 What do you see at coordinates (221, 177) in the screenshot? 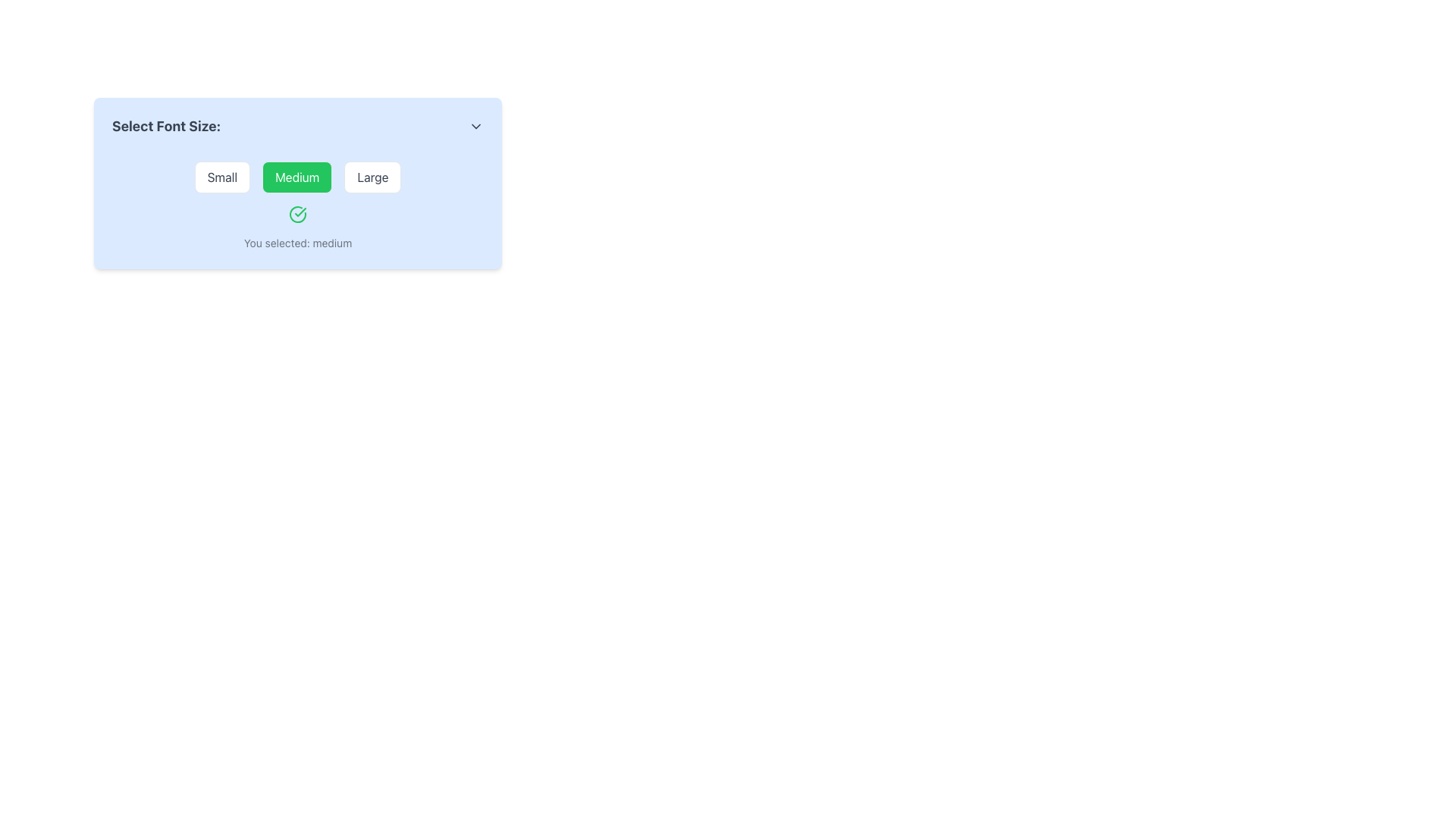
I see `the 'Small' font size button located in the center portion of the 'Select Font Size' card, which is the first button in a group of three buttons aligned horizontally` at bounding box center [221, 177].